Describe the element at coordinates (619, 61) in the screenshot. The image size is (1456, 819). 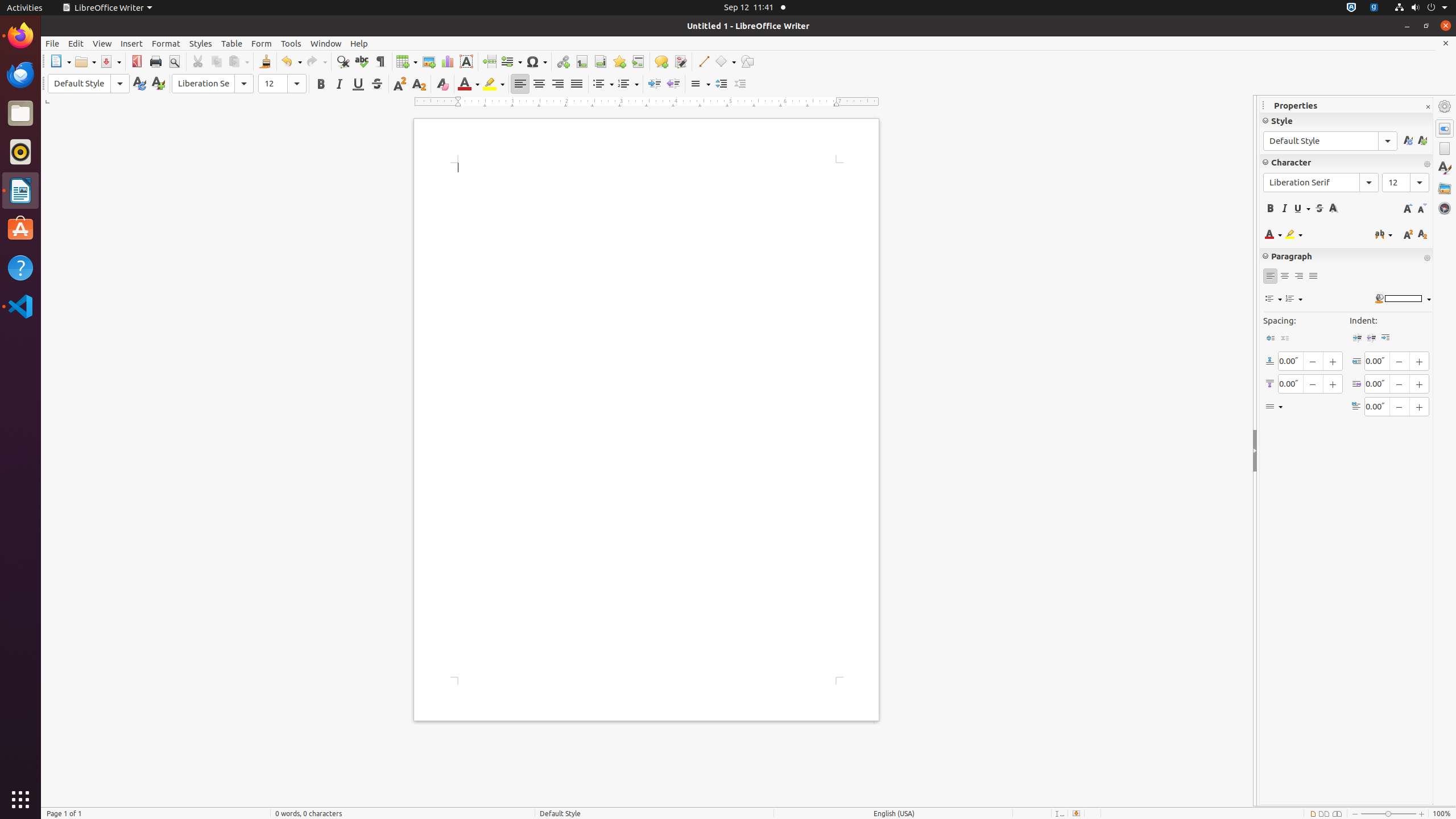
I see `'Bookmark'` at that location.